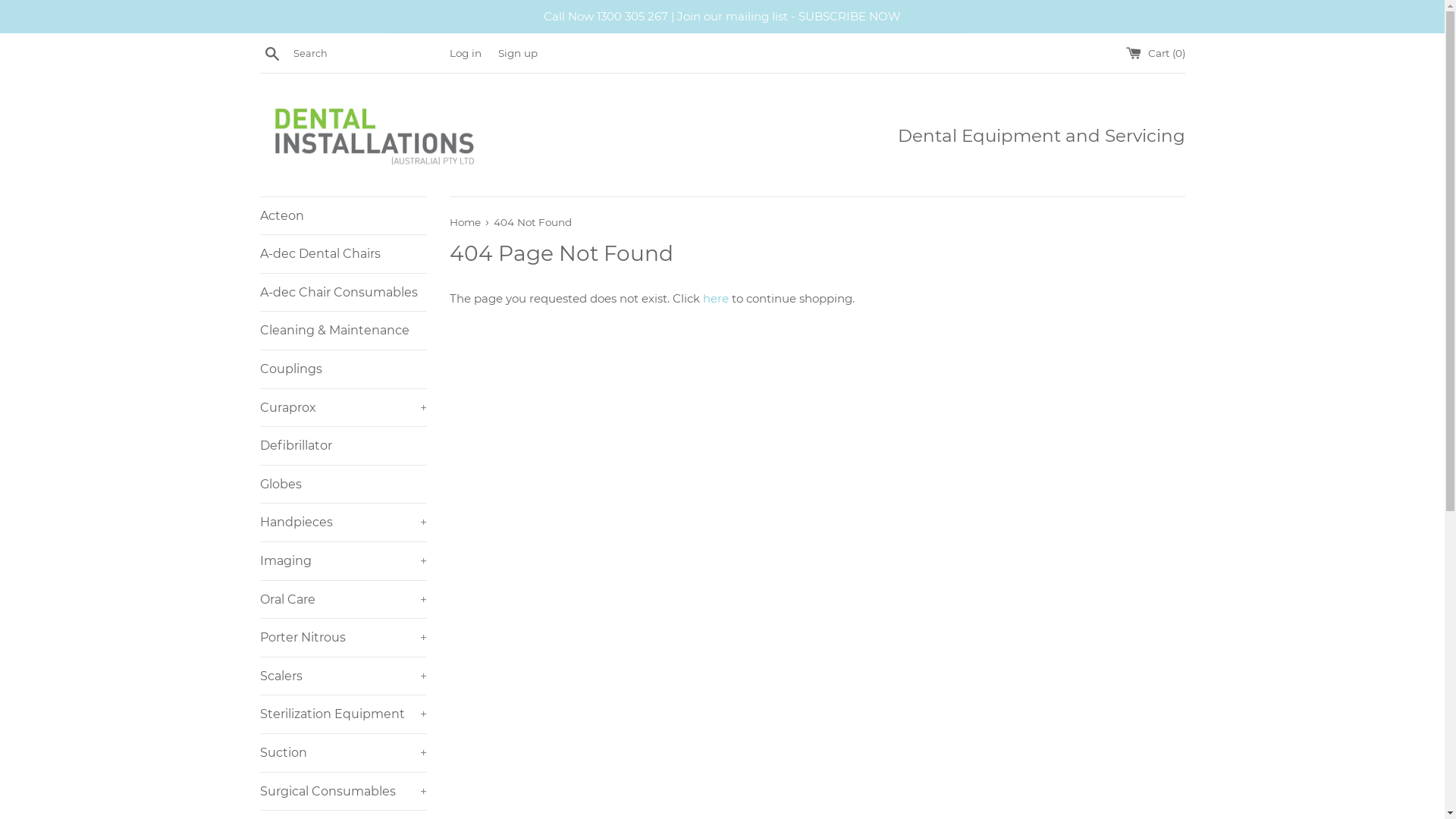 This screenshot has width=1456, height=819. What do you see at coordinates (1153, 52) in the screenshot?
I see `'Cart (0)'` at bounding box center [1153, 52].